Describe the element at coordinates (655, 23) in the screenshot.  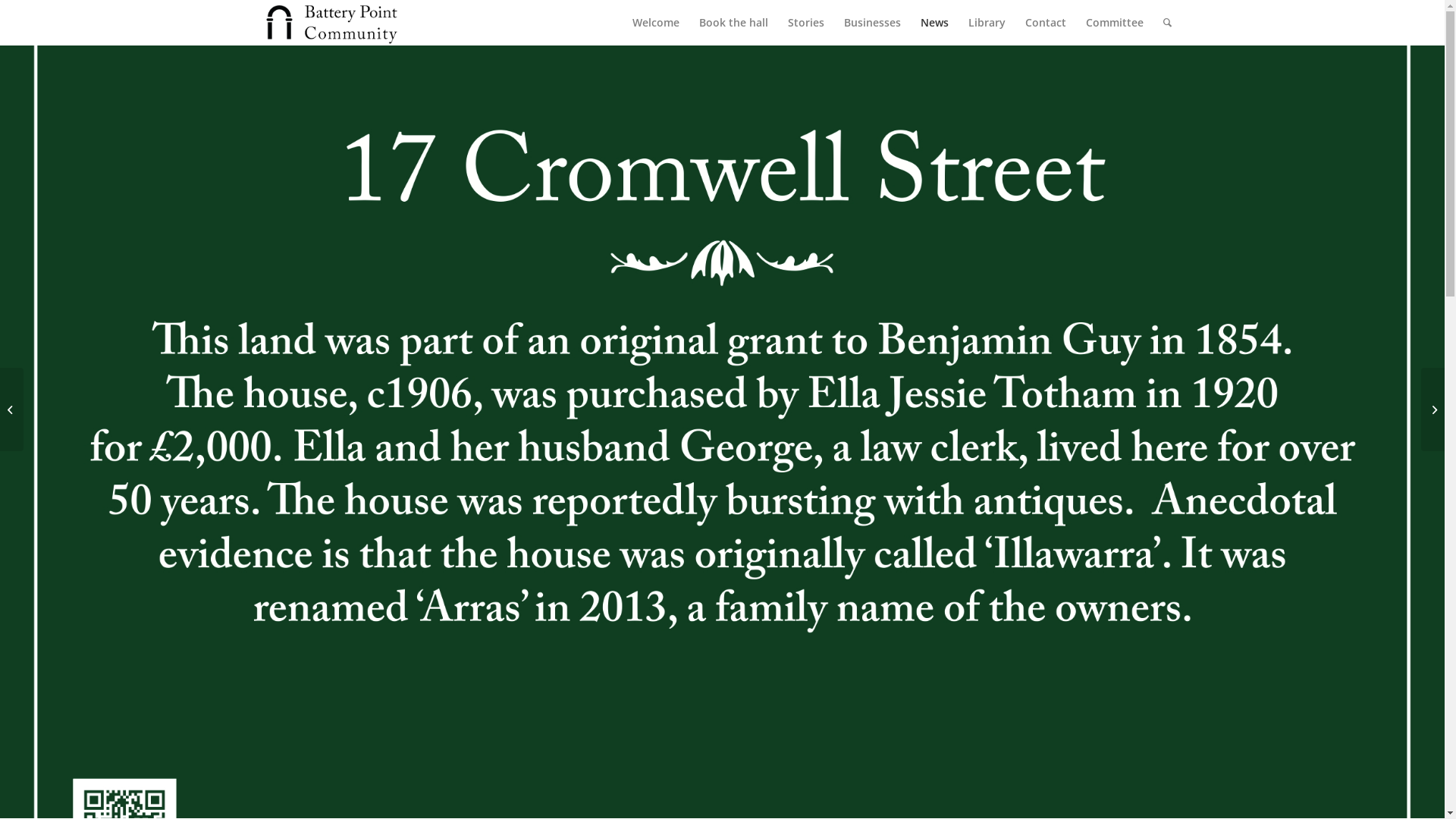
I see `'Welcome'` at that location.